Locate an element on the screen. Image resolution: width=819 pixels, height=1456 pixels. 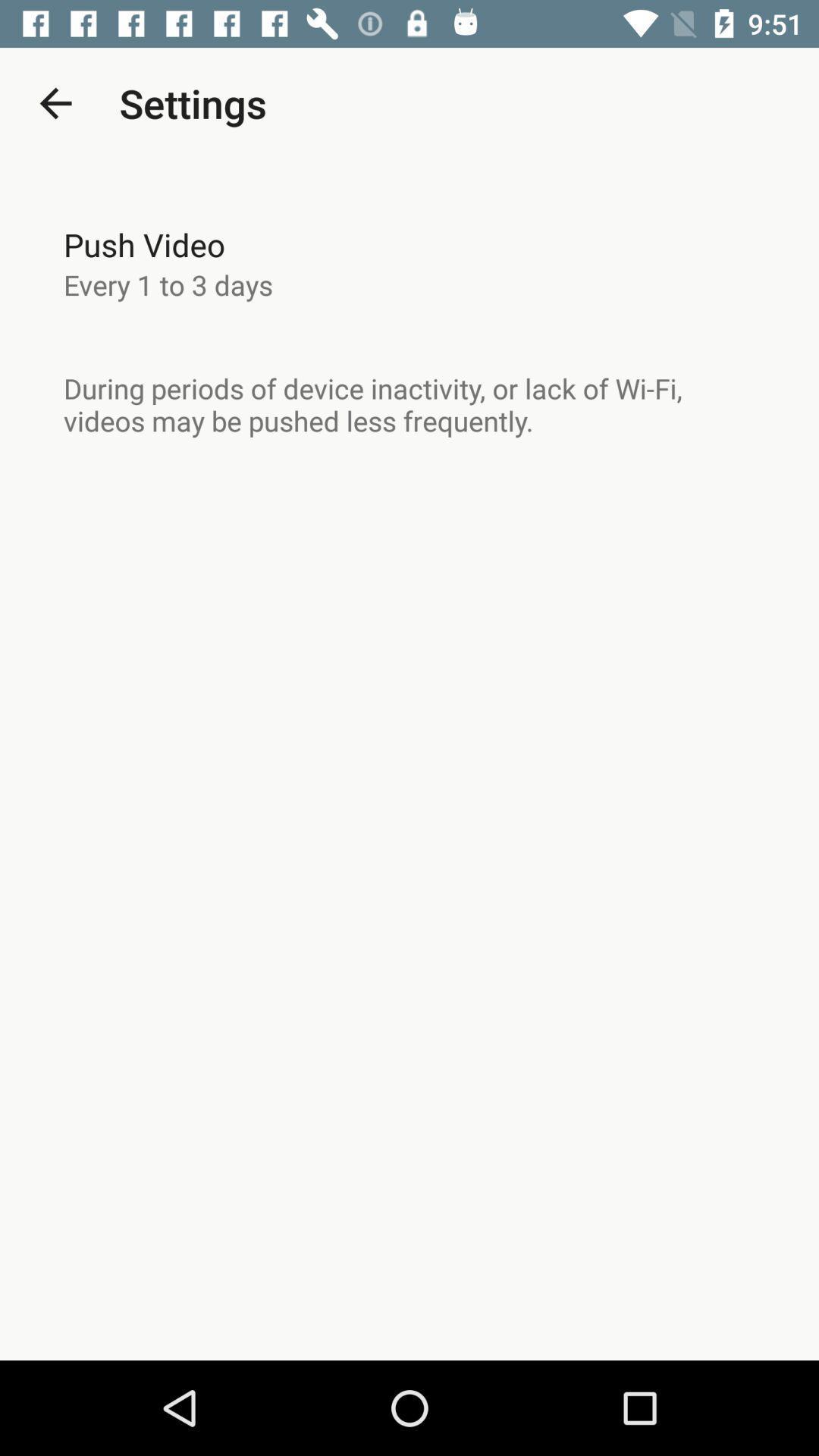
the item above push video icon is located at coordinates (55, 102).